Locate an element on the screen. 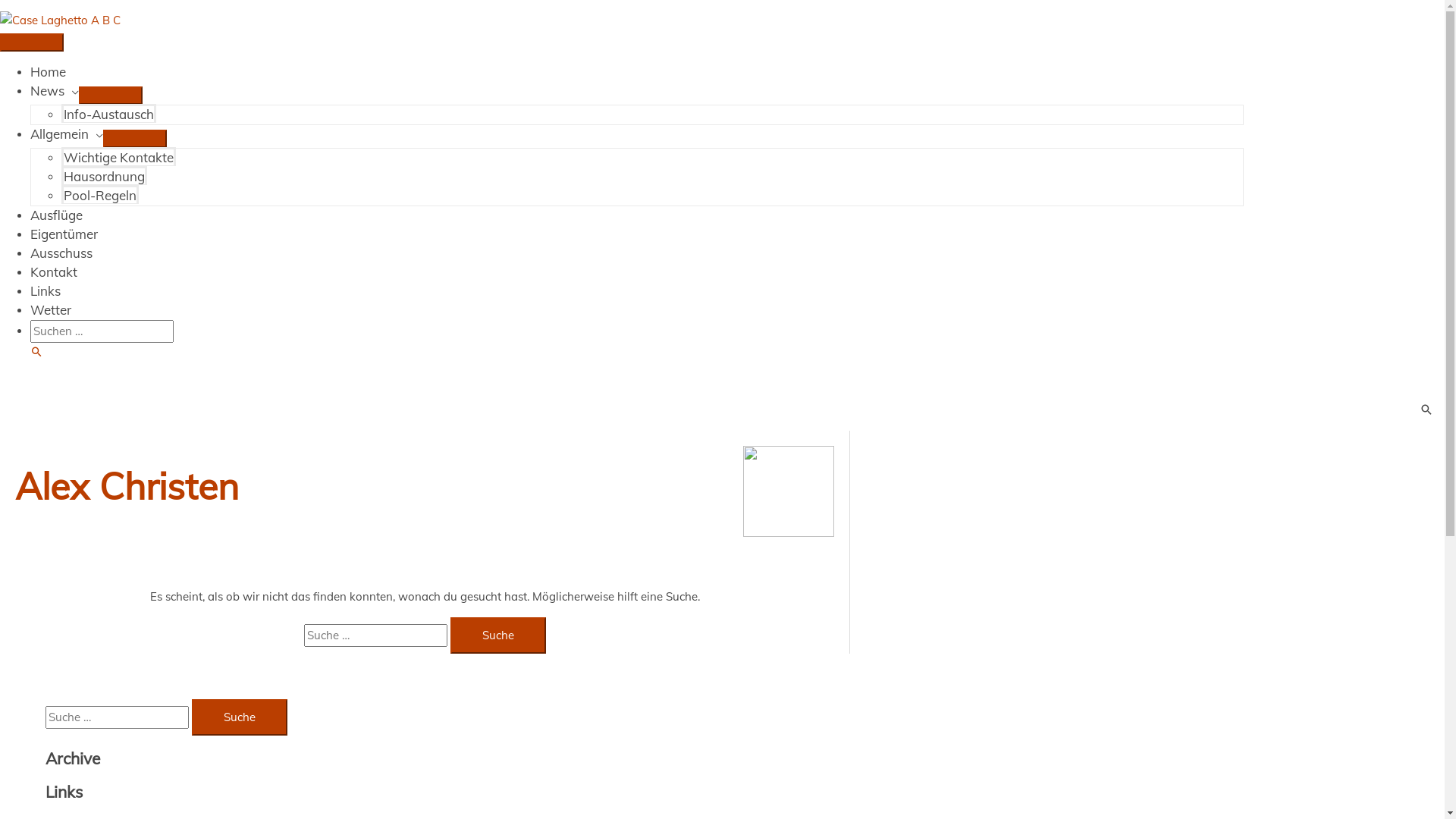 This screenshot has width=1456, height=819. 'Pool-Regeln' is located at coordinates (99, 193).